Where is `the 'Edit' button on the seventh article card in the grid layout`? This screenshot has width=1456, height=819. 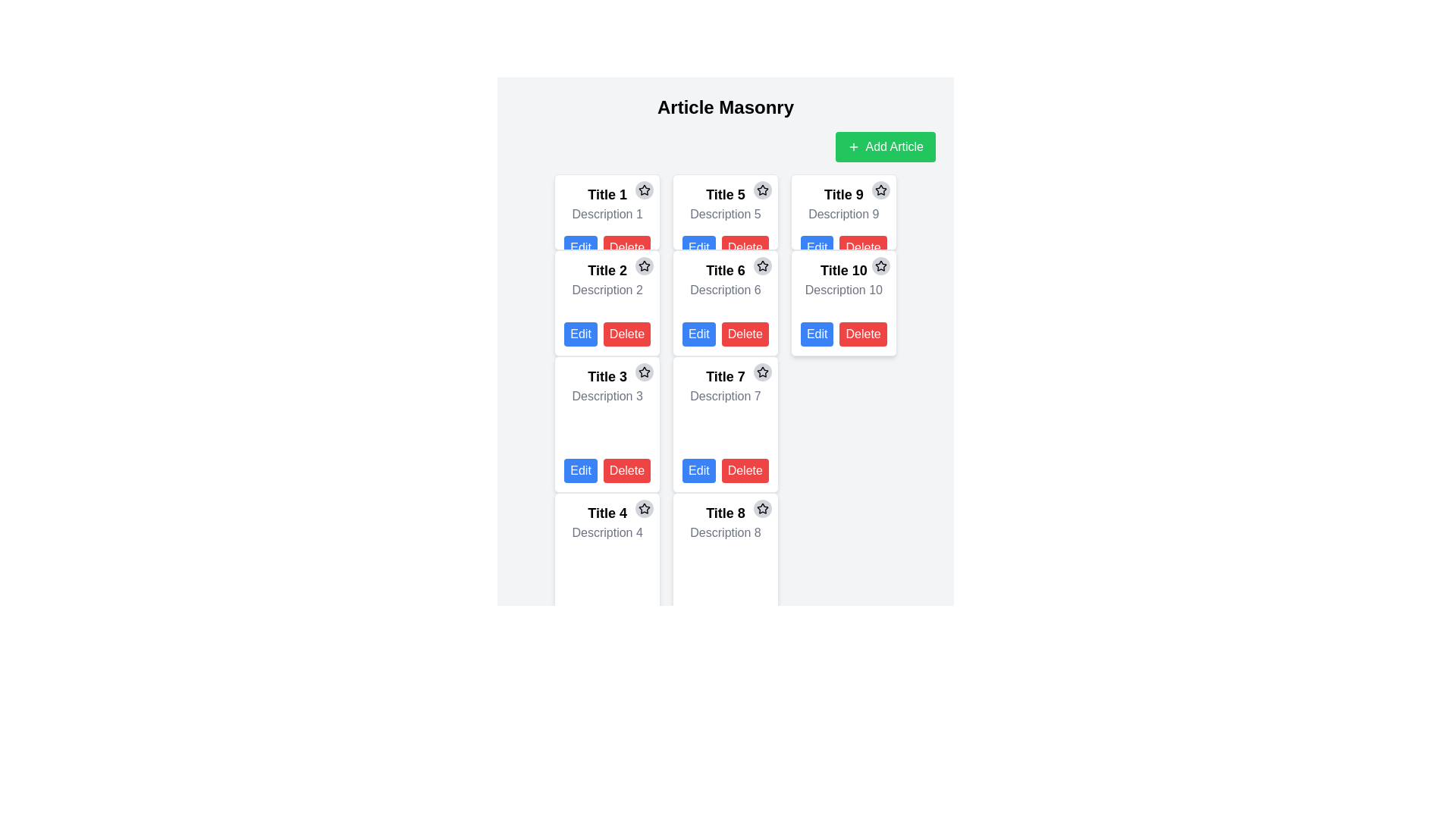
the 'Edit' button on the seventh article card in the grid layout is located at coordinates (724, 424).